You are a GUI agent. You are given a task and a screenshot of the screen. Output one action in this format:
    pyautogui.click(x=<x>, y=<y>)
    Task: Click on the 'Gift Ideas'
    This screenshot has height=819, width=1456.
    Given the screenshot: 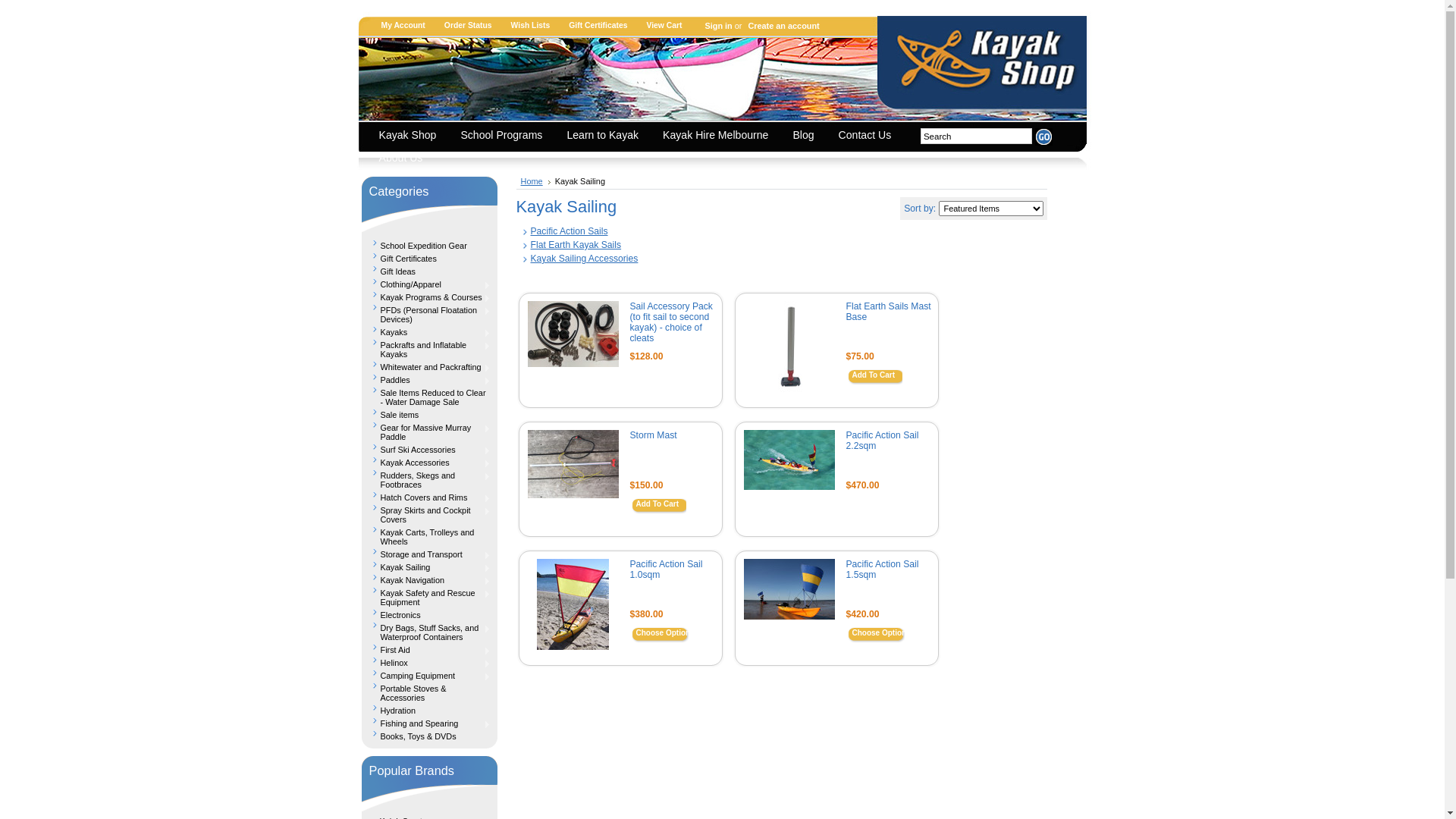 What is the action you would take?
    pyautogui.click(x=359, y=268)
    